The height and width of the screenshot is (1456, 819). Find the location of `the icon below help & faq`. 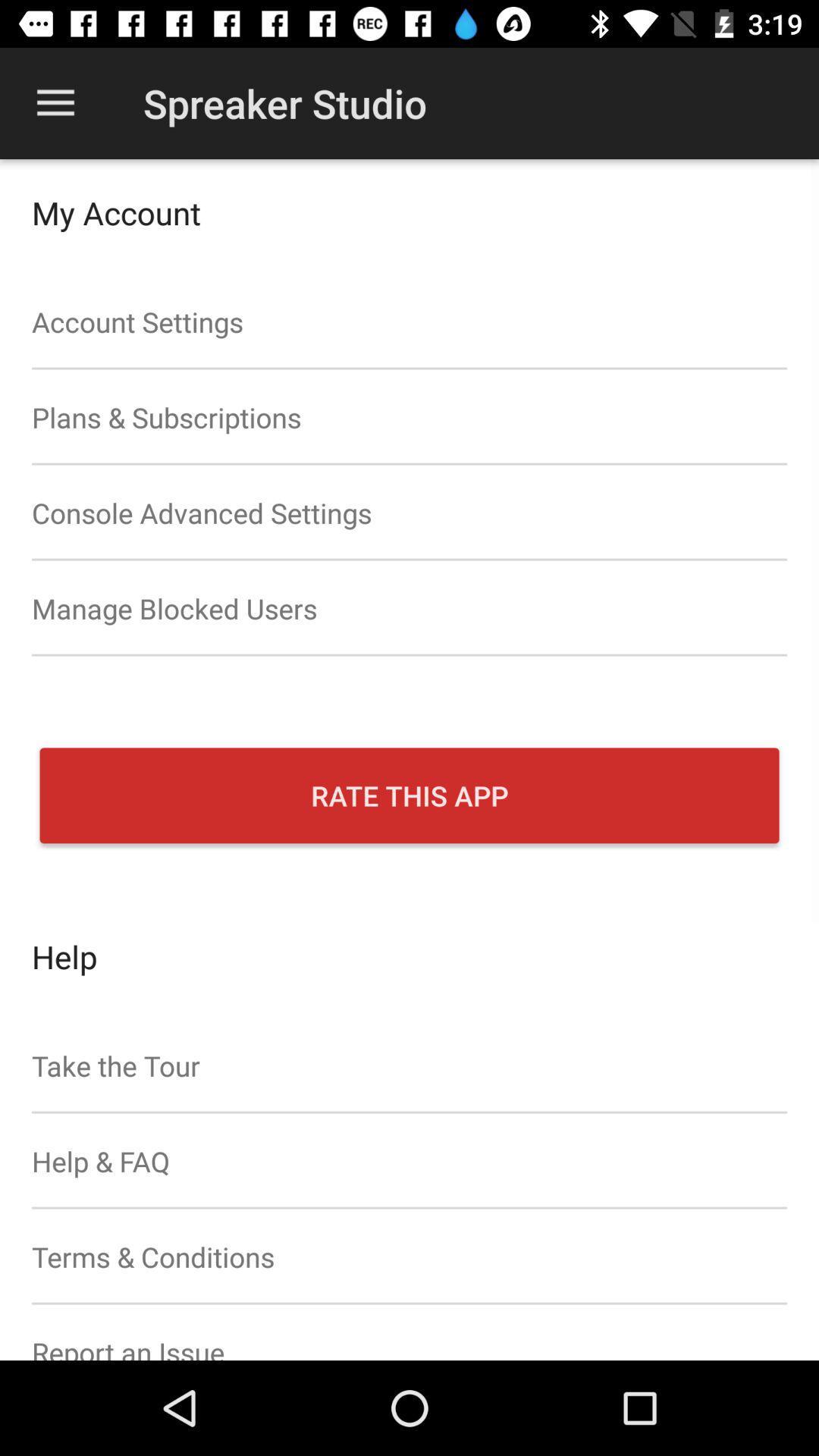

the icon below help & faq is located at coordinates (409, 1257).